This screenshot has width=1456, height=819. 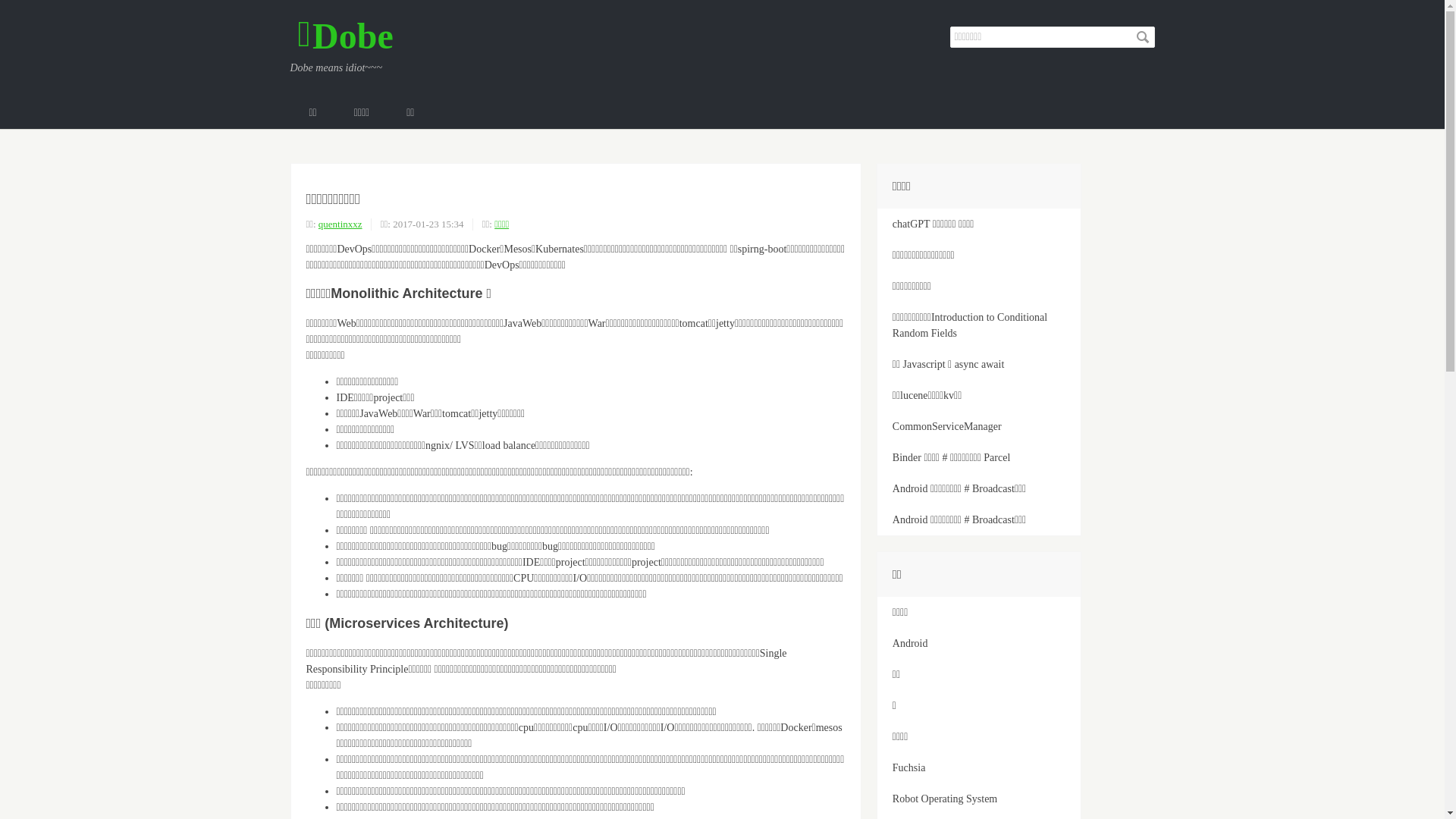 What do you see at coordinates (979, 798) in the screenshot?
I see `'Robot Operating System'` at bounding box center [979, 798].